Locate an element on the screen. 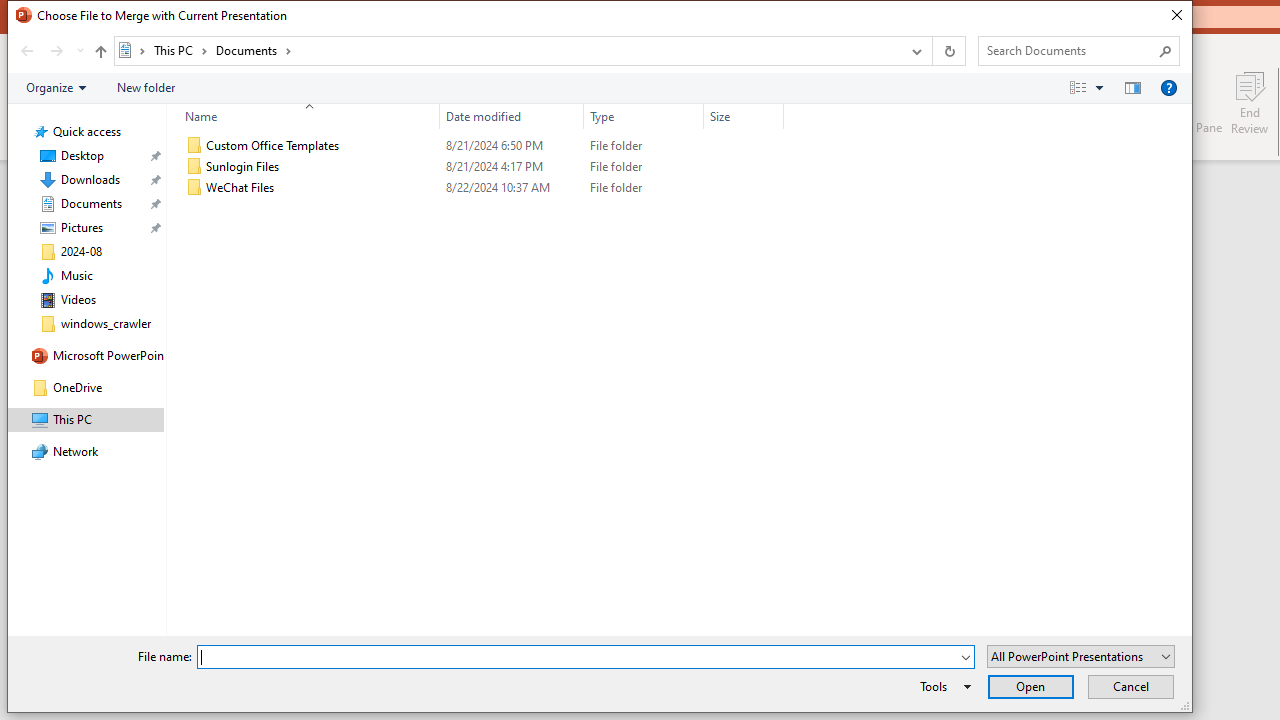 The width and height of the screenshot is (1280, 720). 'Refresh "Documents" (F5)' is located at coordinates (947, 50).